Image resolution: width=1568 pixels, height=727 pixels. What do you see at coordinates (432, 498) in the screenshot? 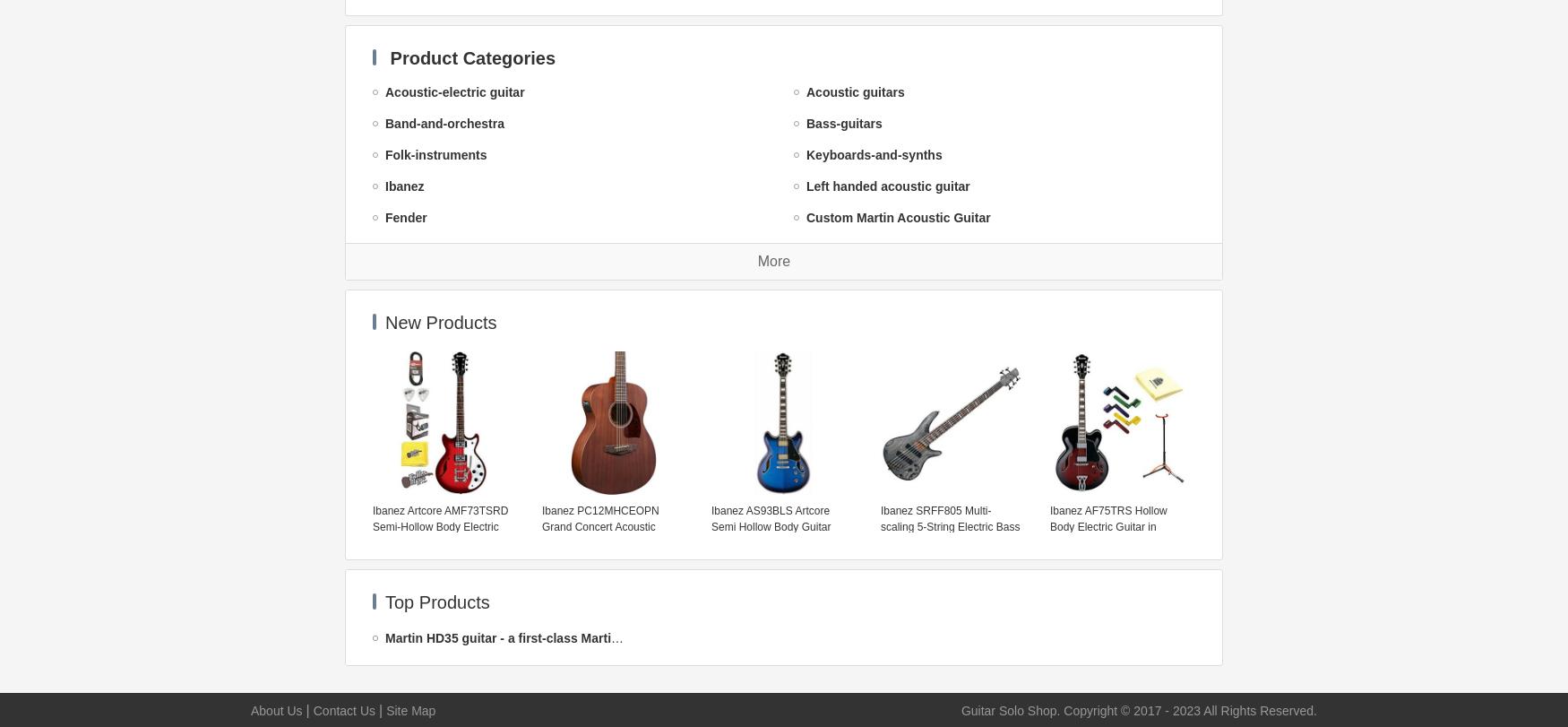
I see `'Mayones Guitar'` at bounding box center [432, 498].